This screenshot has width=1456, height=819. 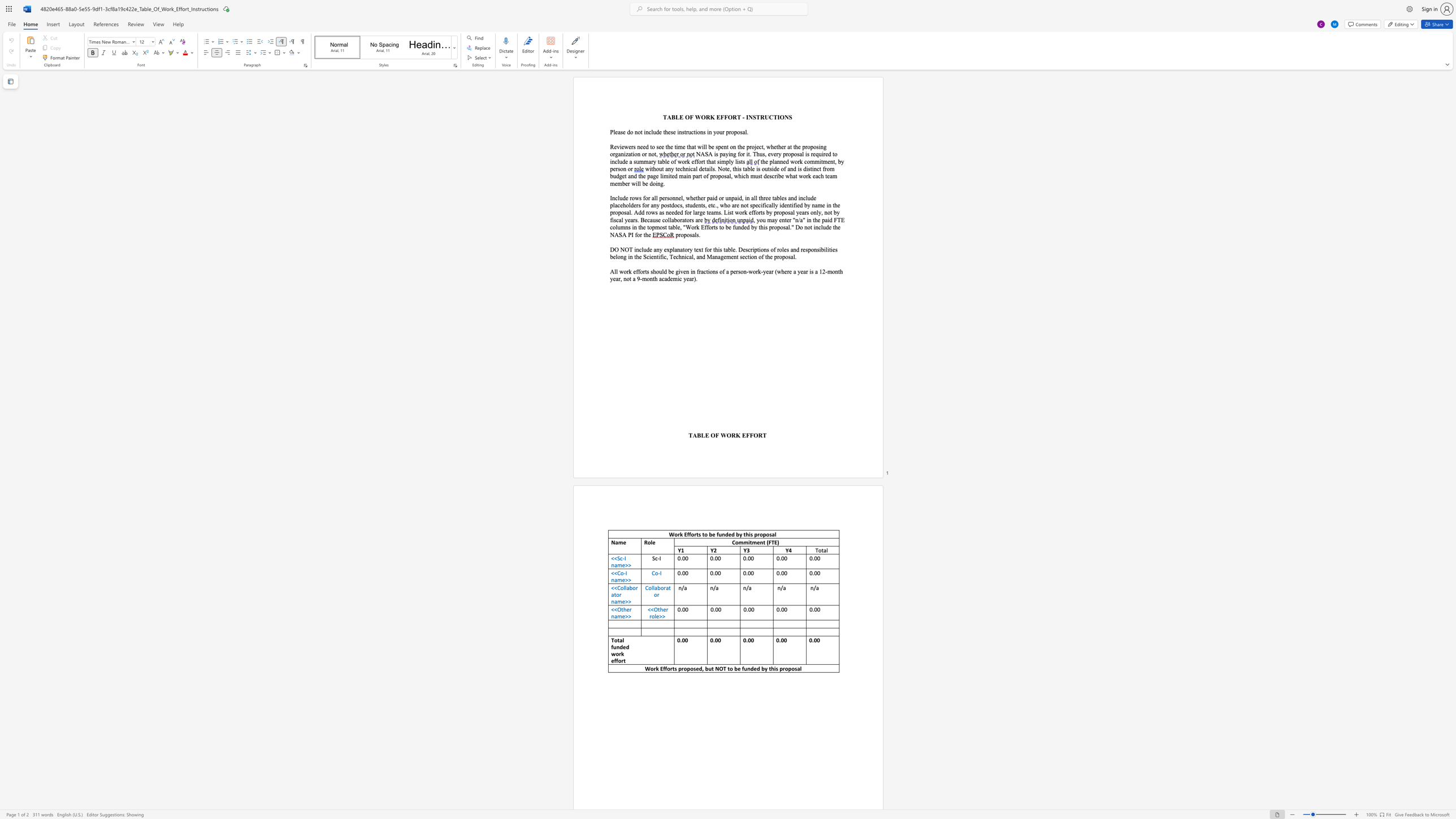 What do you see at coordinates (760, 542) in the screenshot?
I see `the space between the continuous character "e" and "n" in the text` at bounding box center [760, 542].